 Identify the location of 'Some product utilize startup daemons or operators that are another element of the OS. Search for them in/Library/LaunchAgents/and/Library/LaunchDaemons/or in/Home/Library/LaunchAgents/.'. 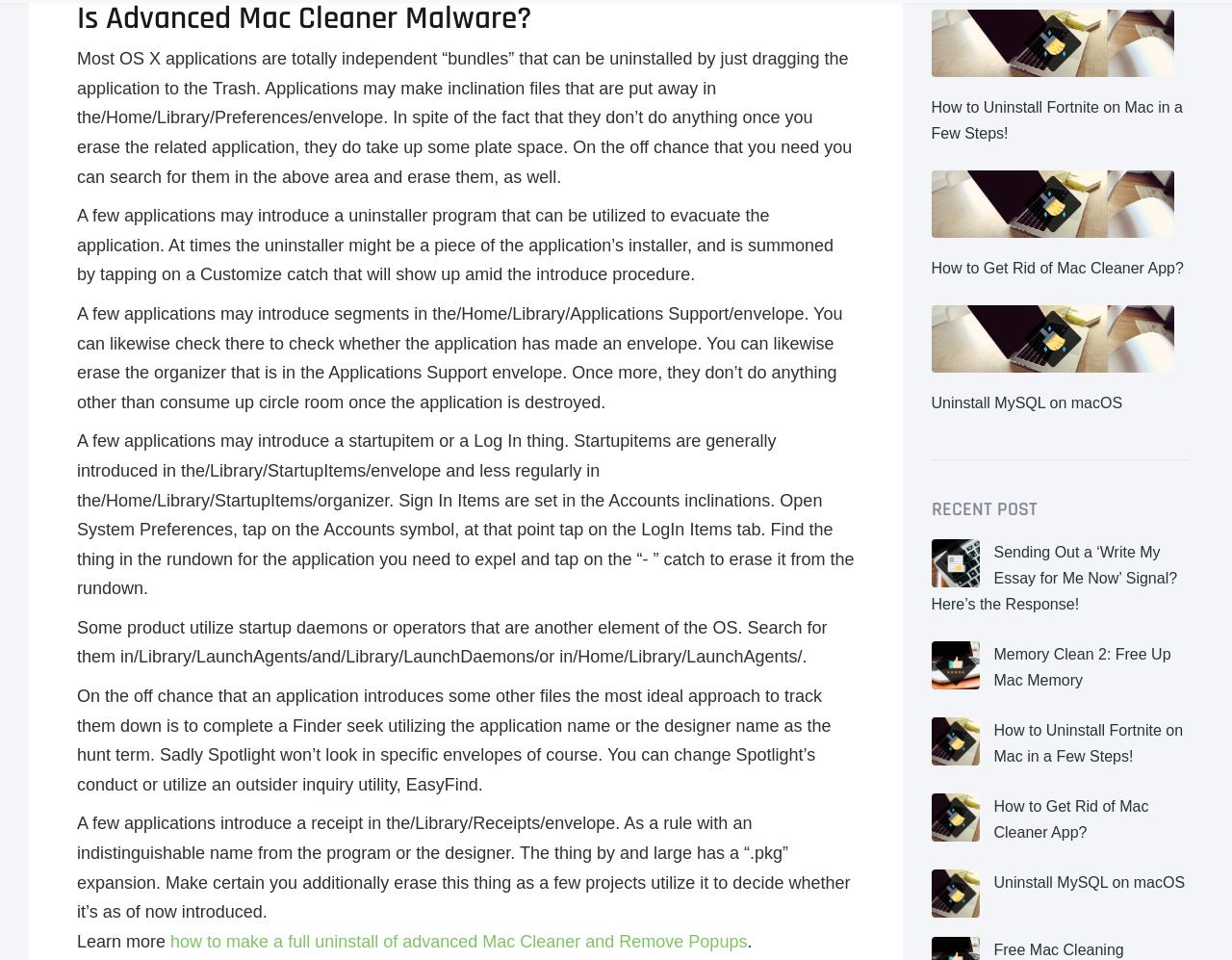
(77, 641).